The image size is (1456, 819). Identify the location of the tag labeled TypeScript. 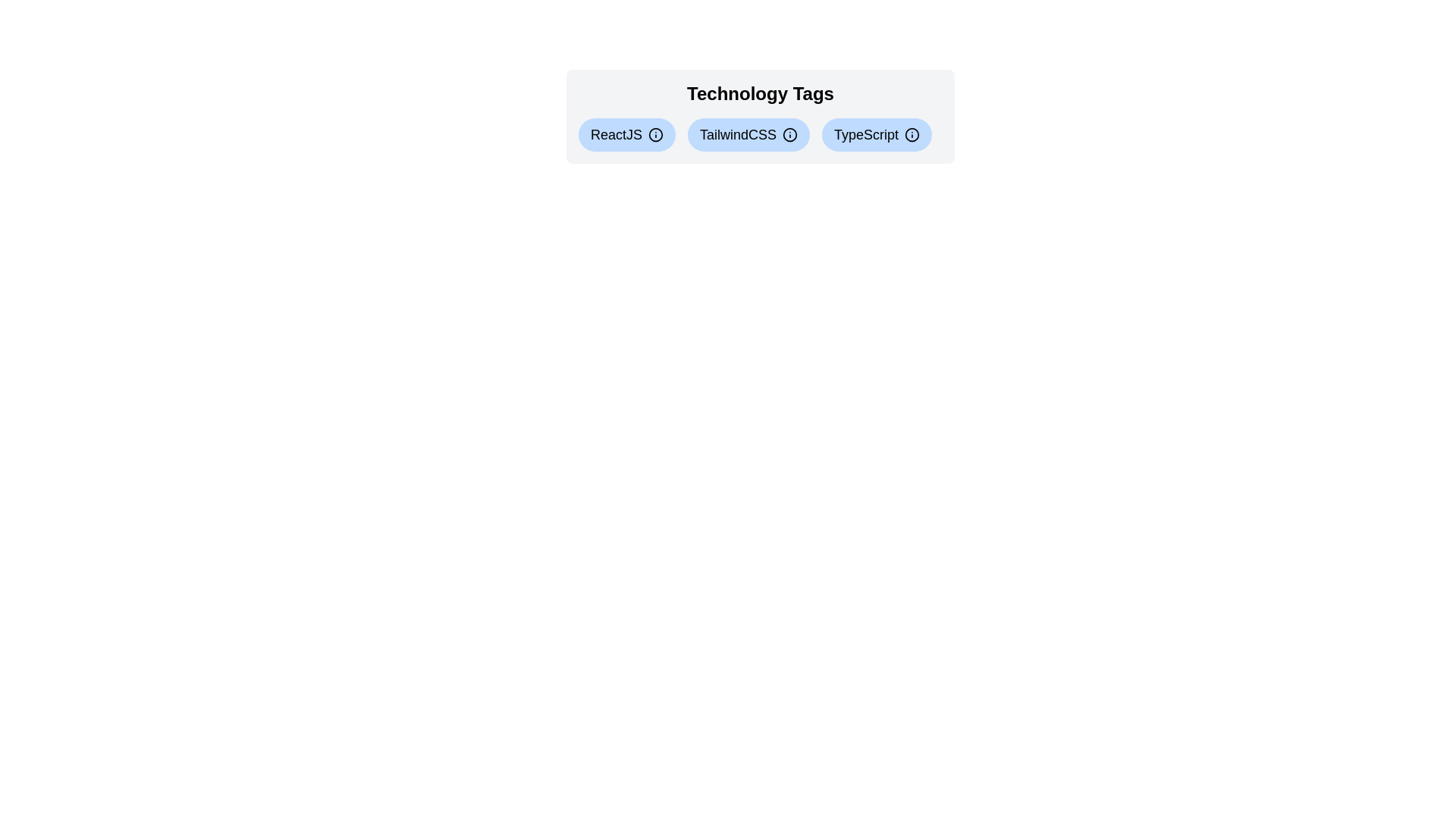
(877, 133).